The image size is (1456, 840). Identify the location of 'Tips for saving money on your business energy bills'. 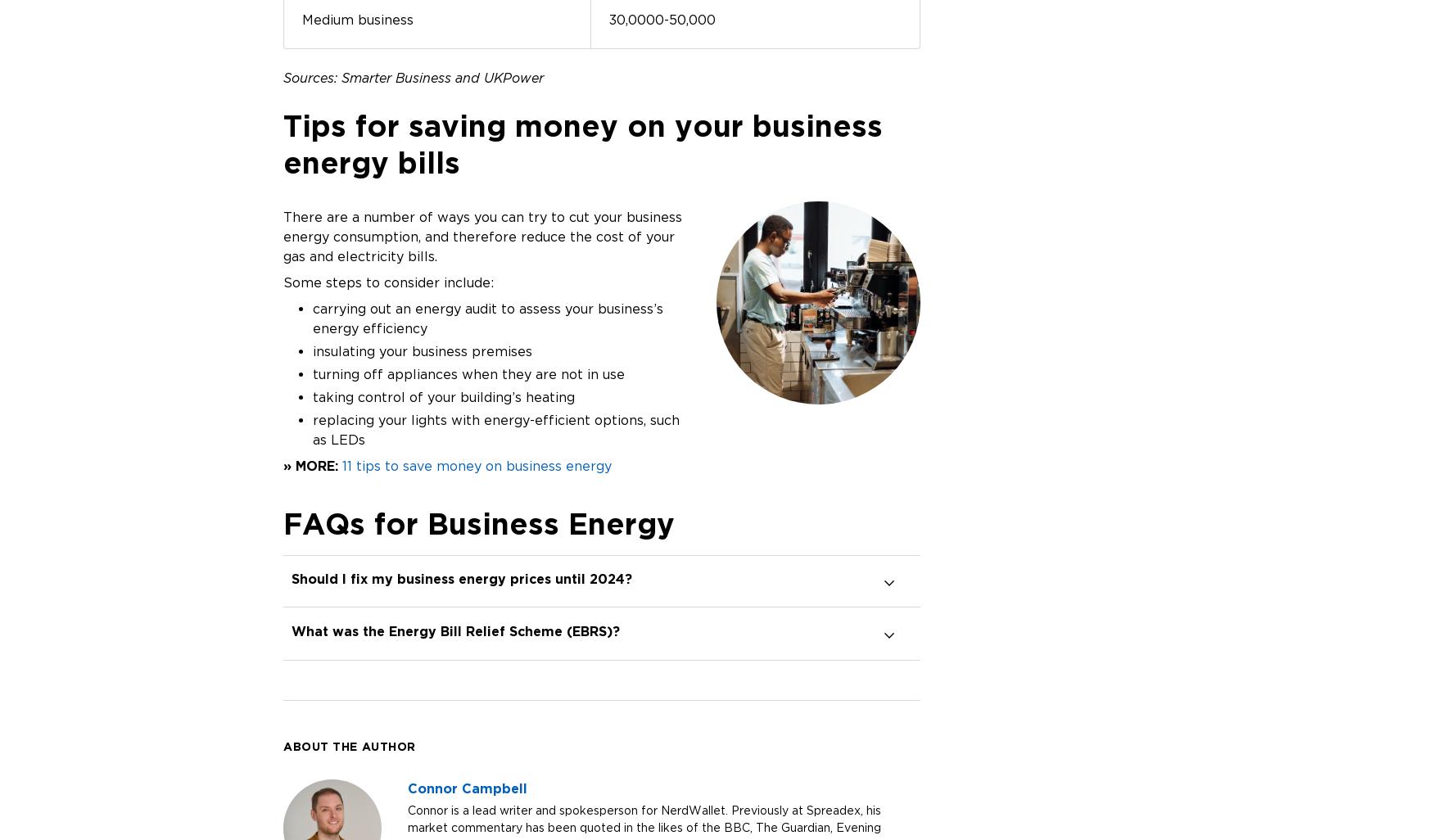
(581, 142).